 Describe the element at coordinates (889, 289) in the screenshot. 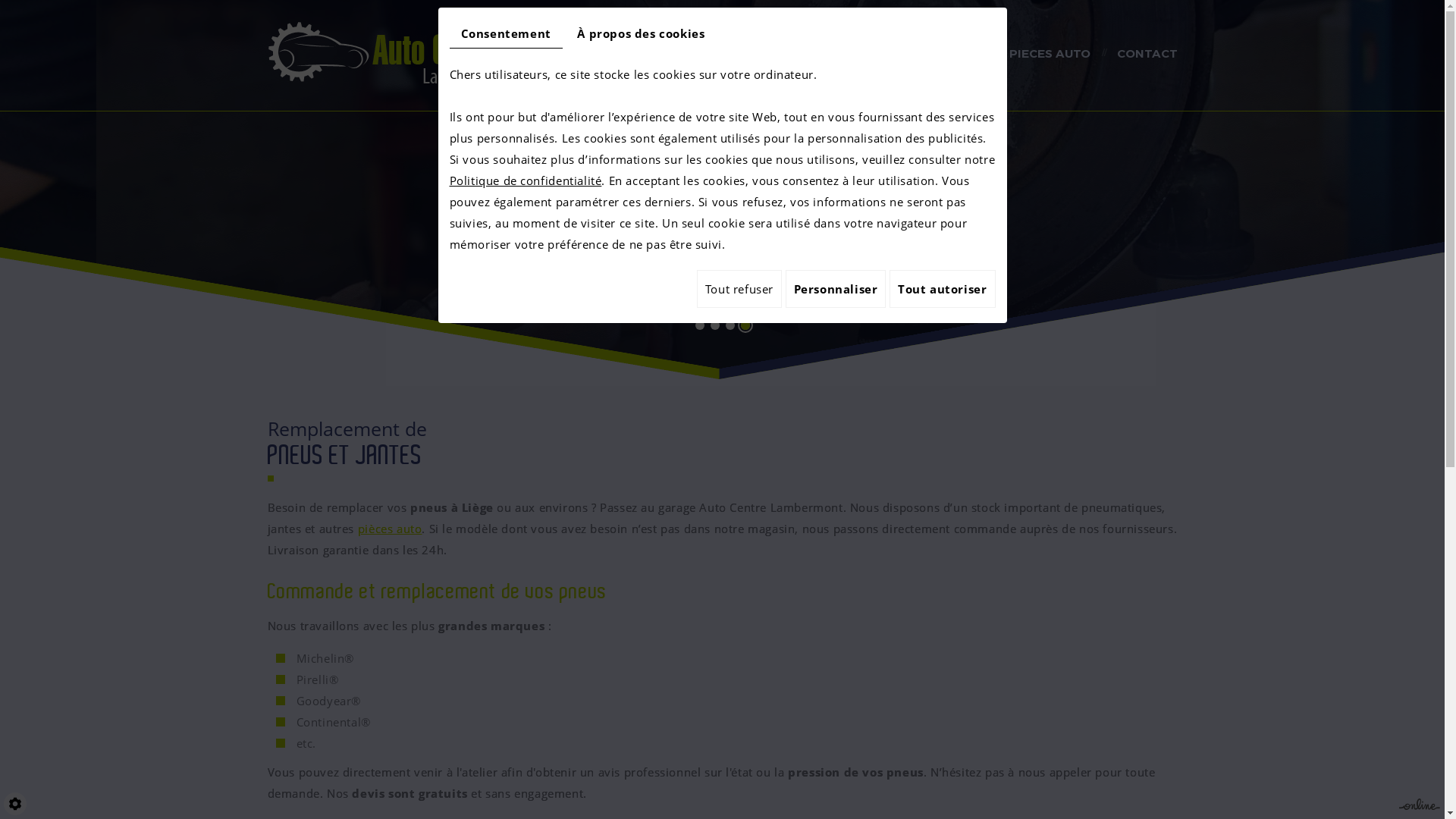

I see `'Tout autoriser'` at that location.